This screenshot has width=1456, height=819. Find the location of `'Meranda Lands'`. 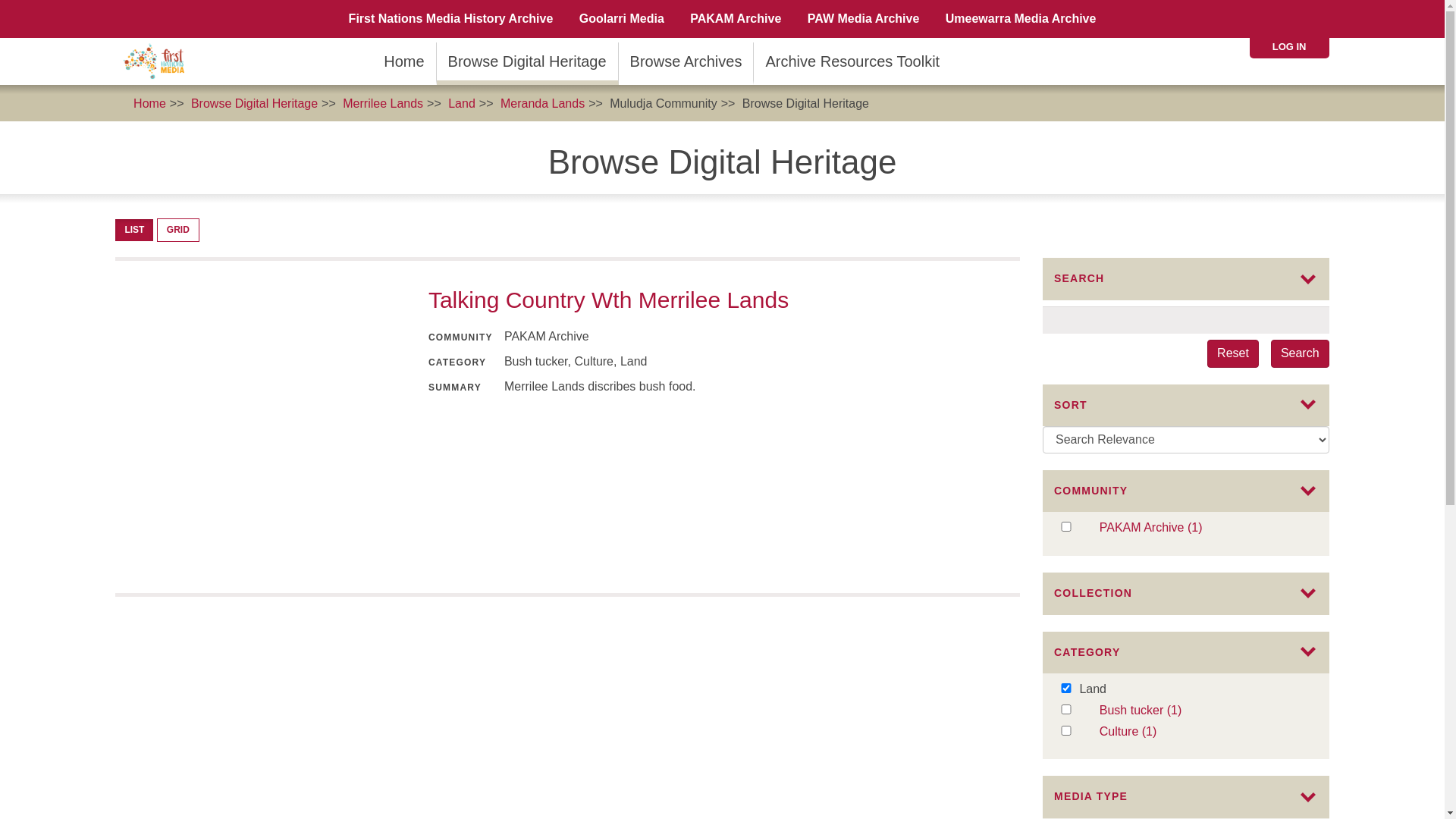

'Meranda Lands' is located at coordinates (542, 102).